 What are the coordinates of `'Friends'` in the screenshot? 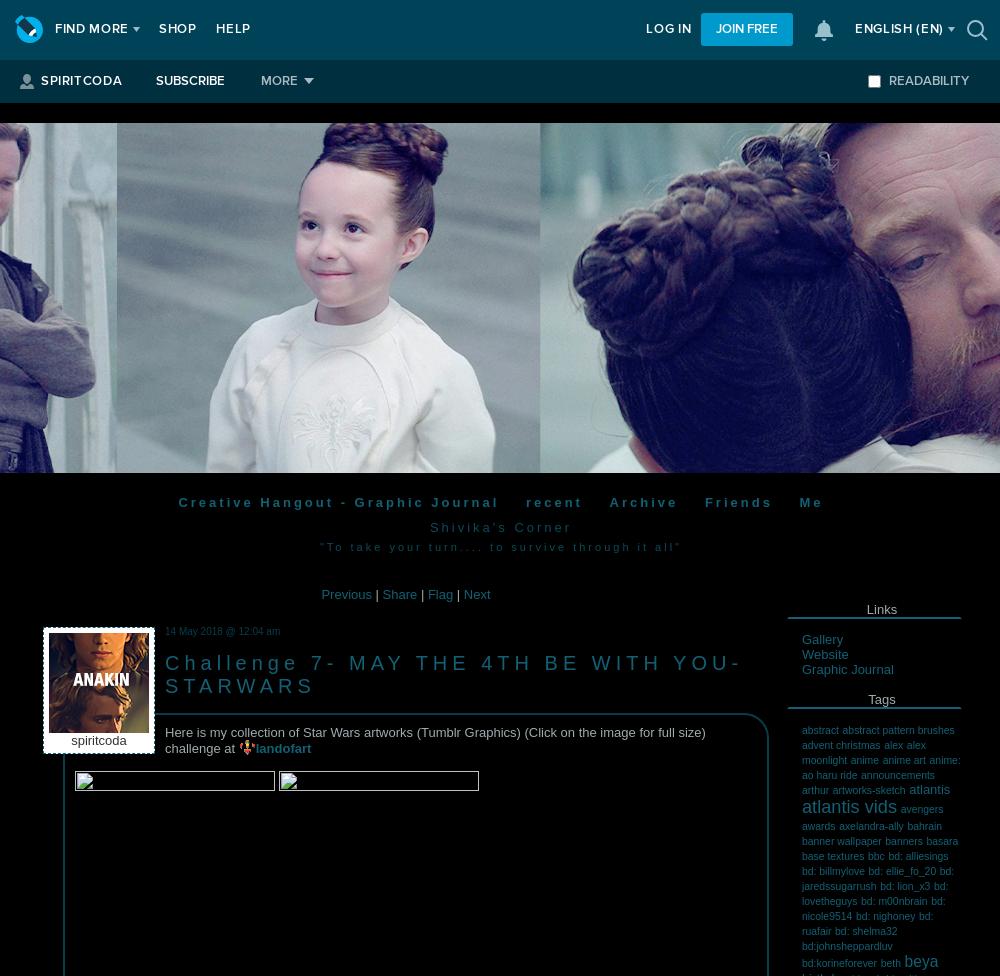 It's located at (737, 502).